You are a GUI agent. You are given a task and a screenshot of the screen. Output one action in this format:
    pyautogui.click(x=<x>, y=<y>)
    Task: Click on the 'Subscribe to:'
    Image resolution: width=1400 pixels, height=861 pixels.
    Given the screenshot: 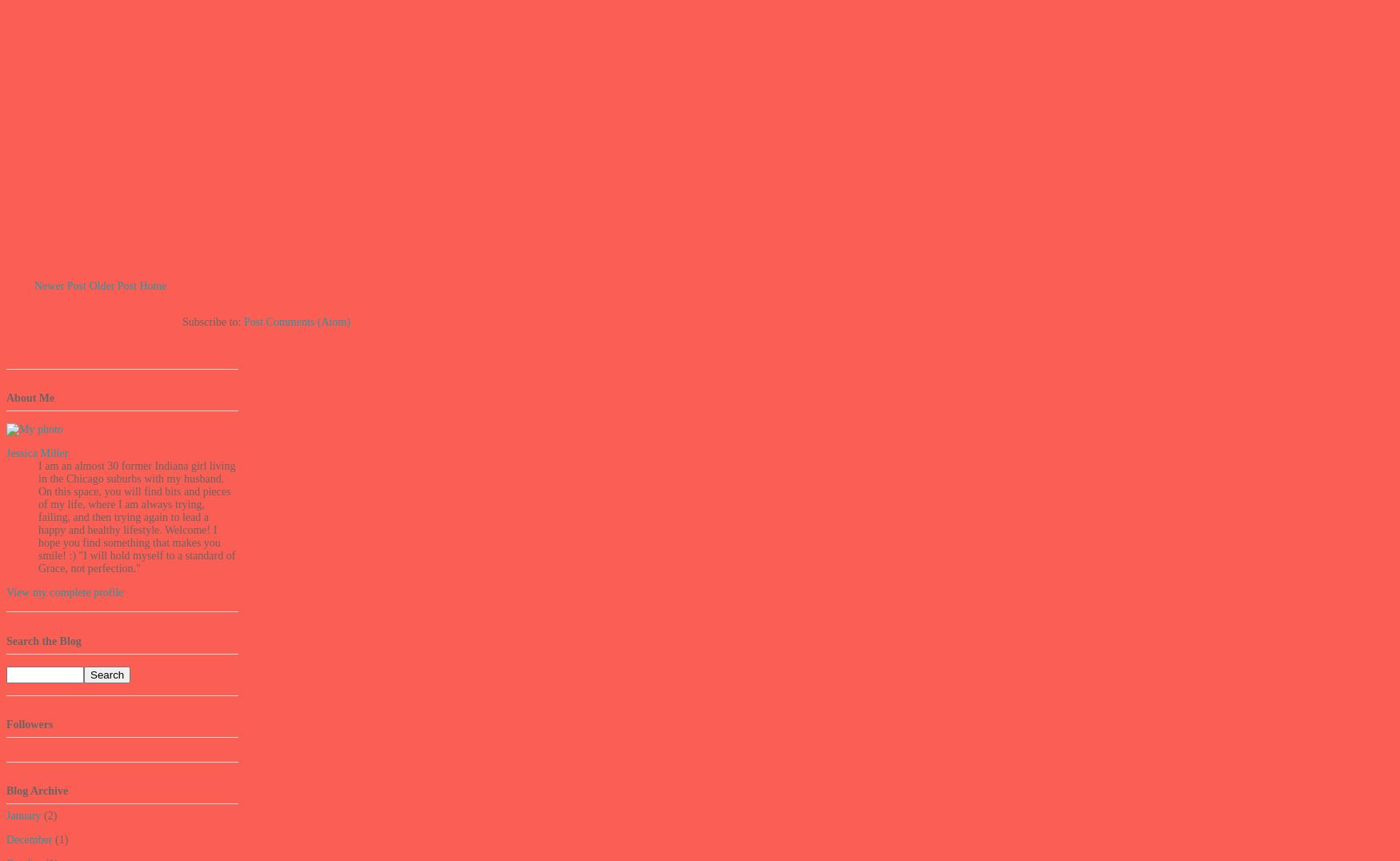 What is the action you would take?
    pyautogui.click(x=181, y=320)
    